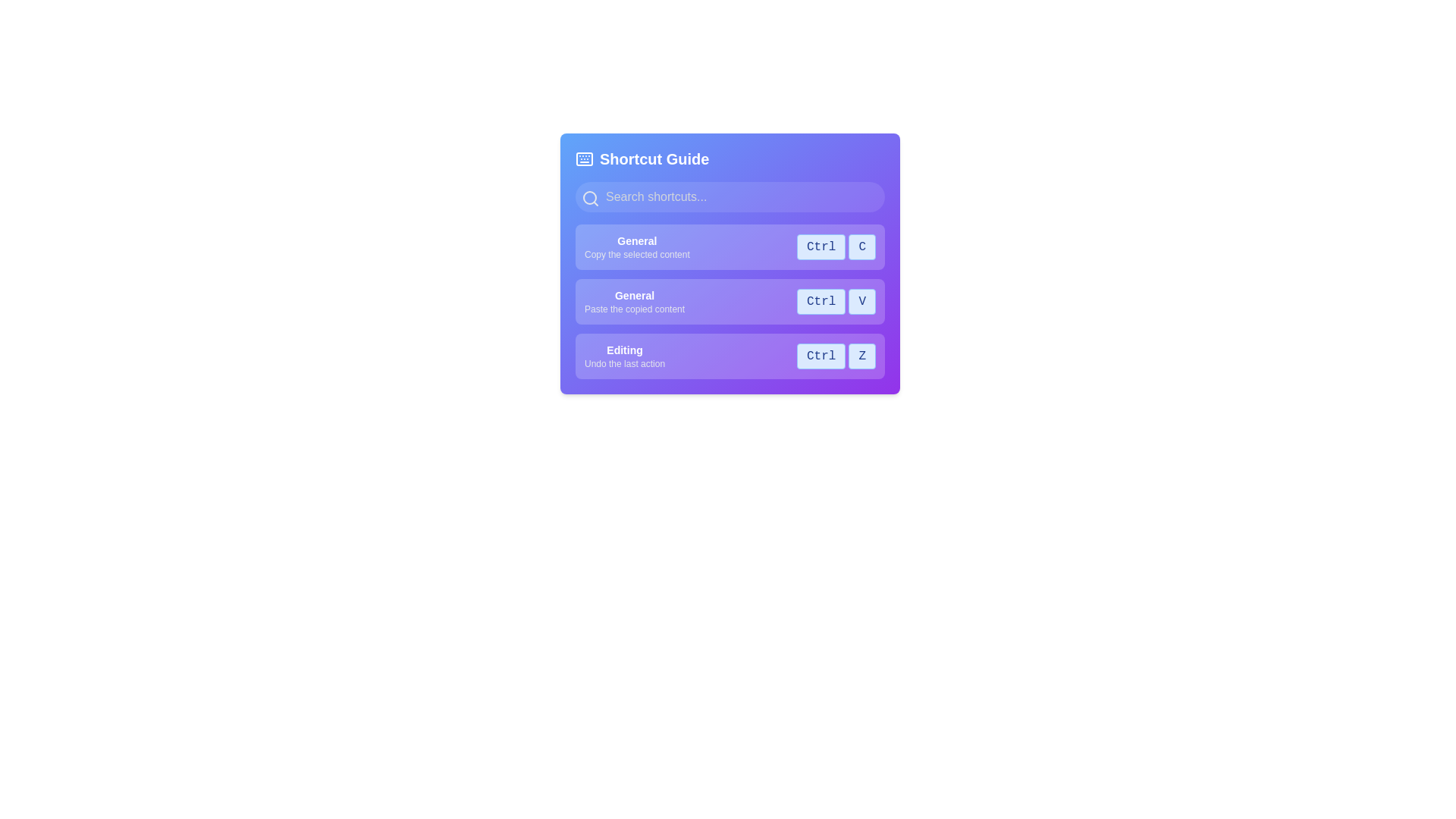 The image size is (1456, 819). What do you see at coordinates (589, 198) in the screenshot?
I see `the search icon located in the upper left corner of the search input field within the purple-themed 'Shortcut Guide' UI section for interactive functionality` at bounding box center [589, 198].